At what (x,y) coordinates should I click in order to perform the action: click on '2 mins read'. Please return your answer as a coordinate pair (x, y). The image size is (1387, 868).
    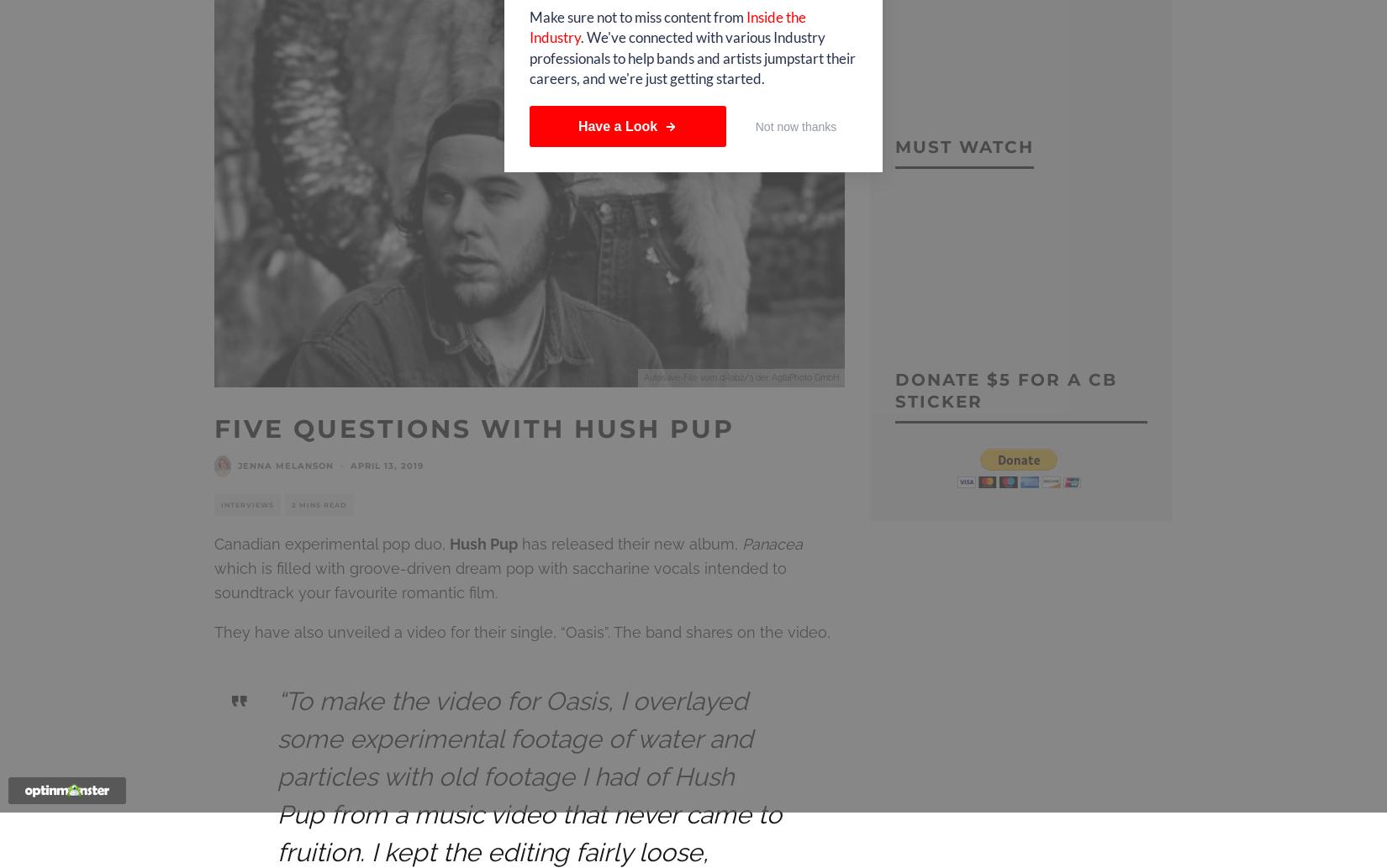
    Looking at the image, I should click on (319, 503).